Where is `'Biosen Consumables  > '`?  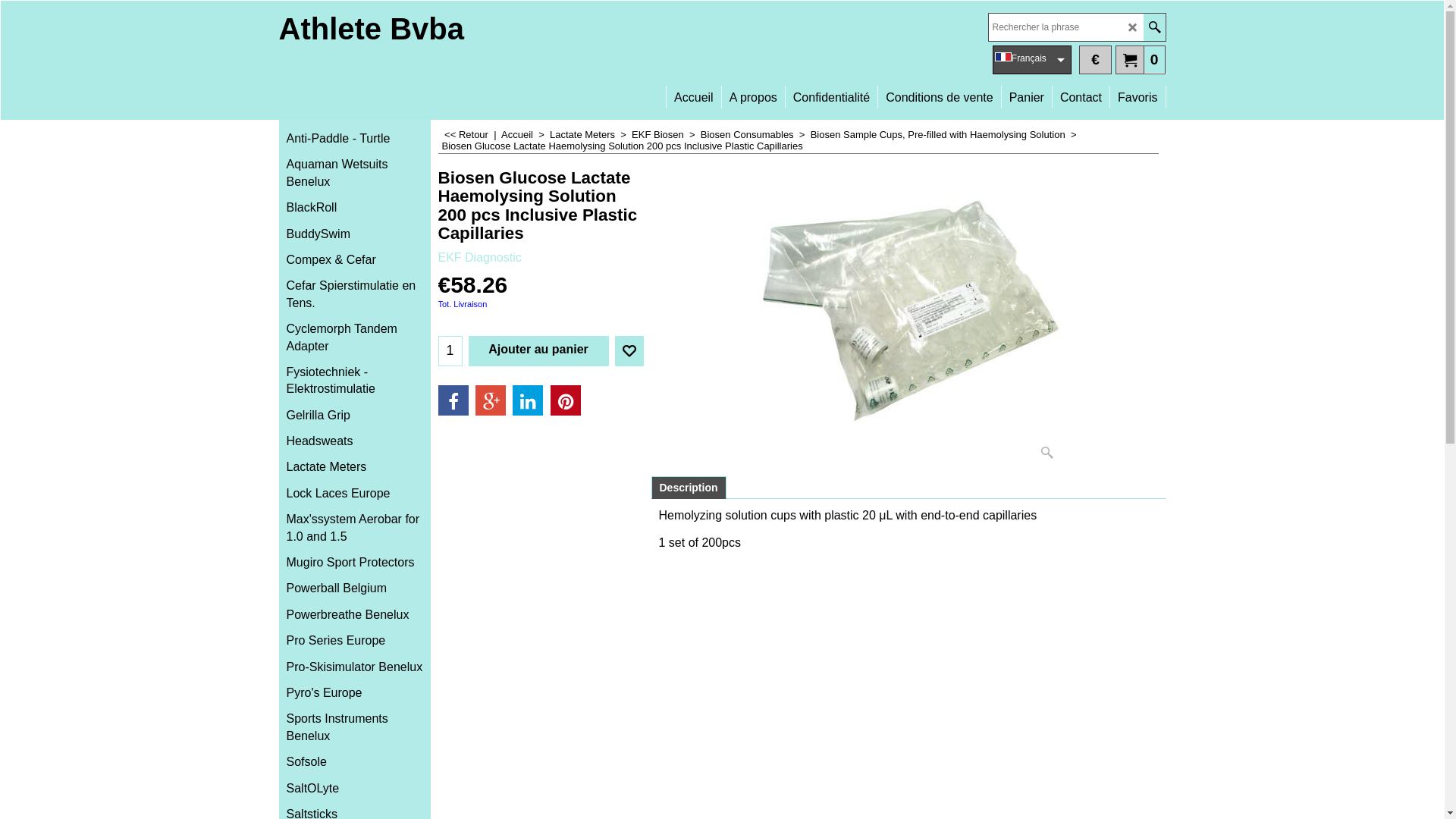
'Biosen Consumables  > ' is located at coordinates (755, 133).